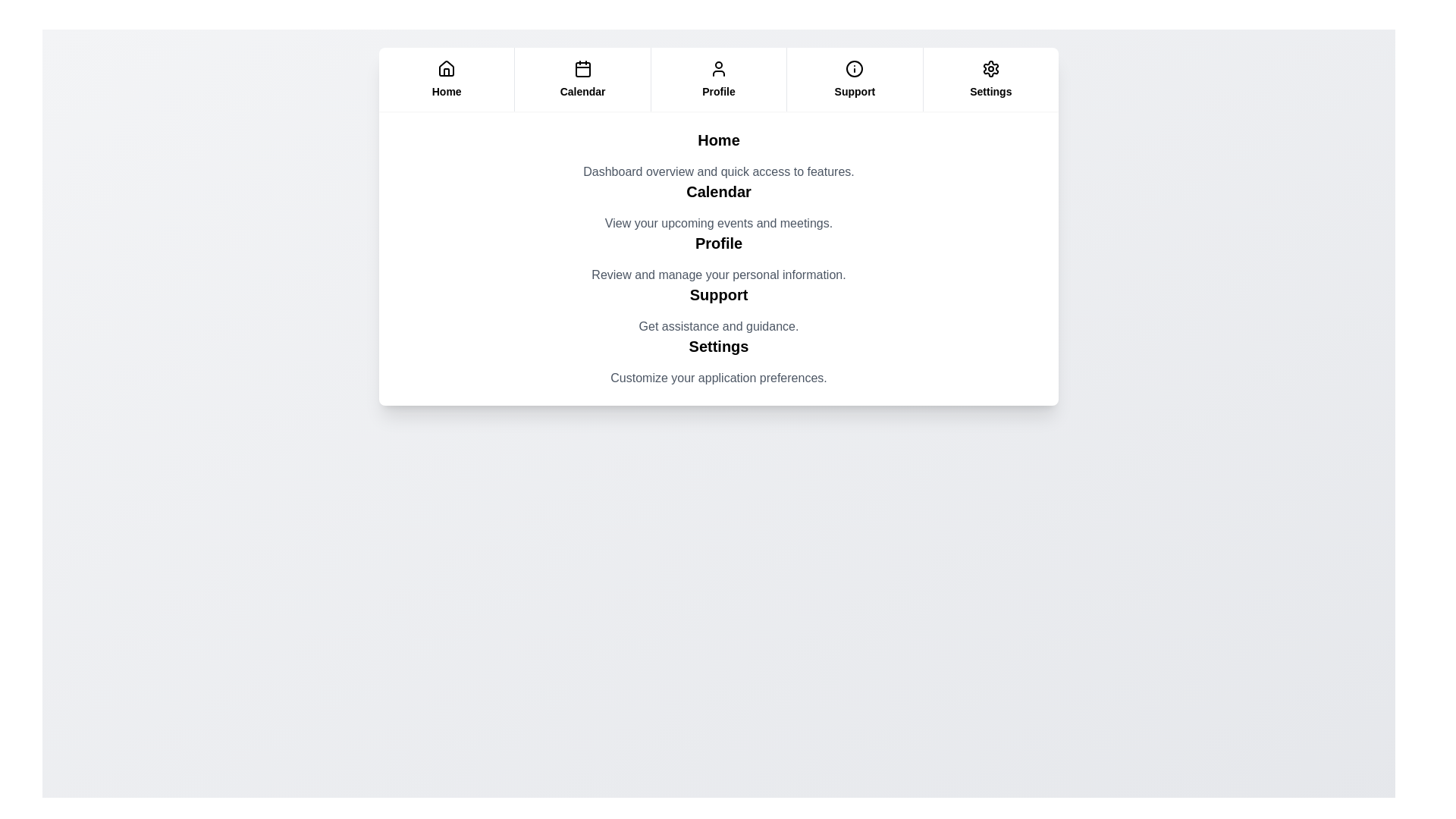 The width and height of the screenshot is (1456, 819). Describe the element at coordinates (855, 69) in the screenshot. I see `the main circular border of the info icon located in the navigation bar at the top center` at that location.